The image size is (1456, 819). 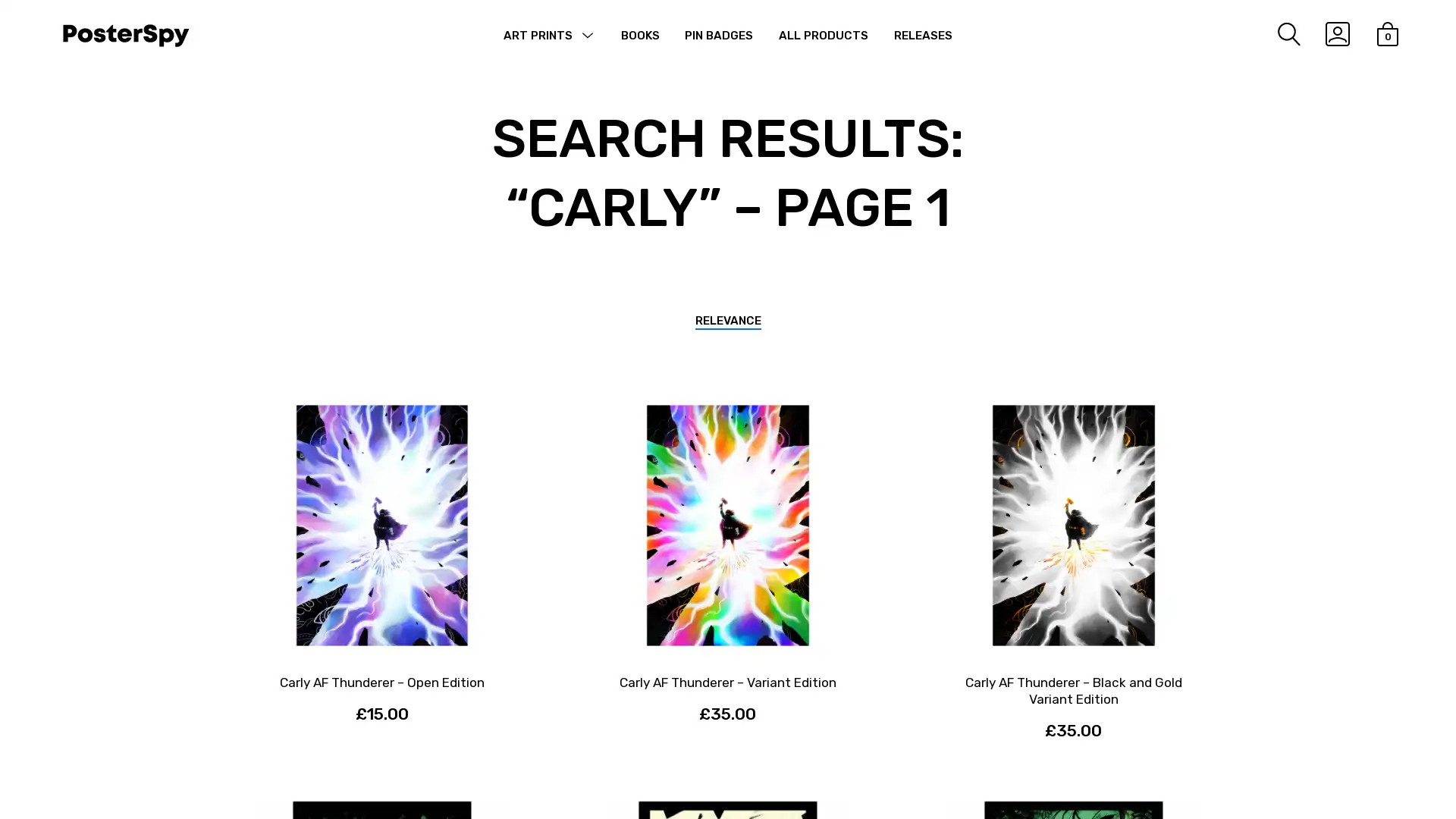 What do you see at coordinates (1274, 34) in the screenshot?
I see `SEARCH TOGGLE` at bounding box center [1274, 34].